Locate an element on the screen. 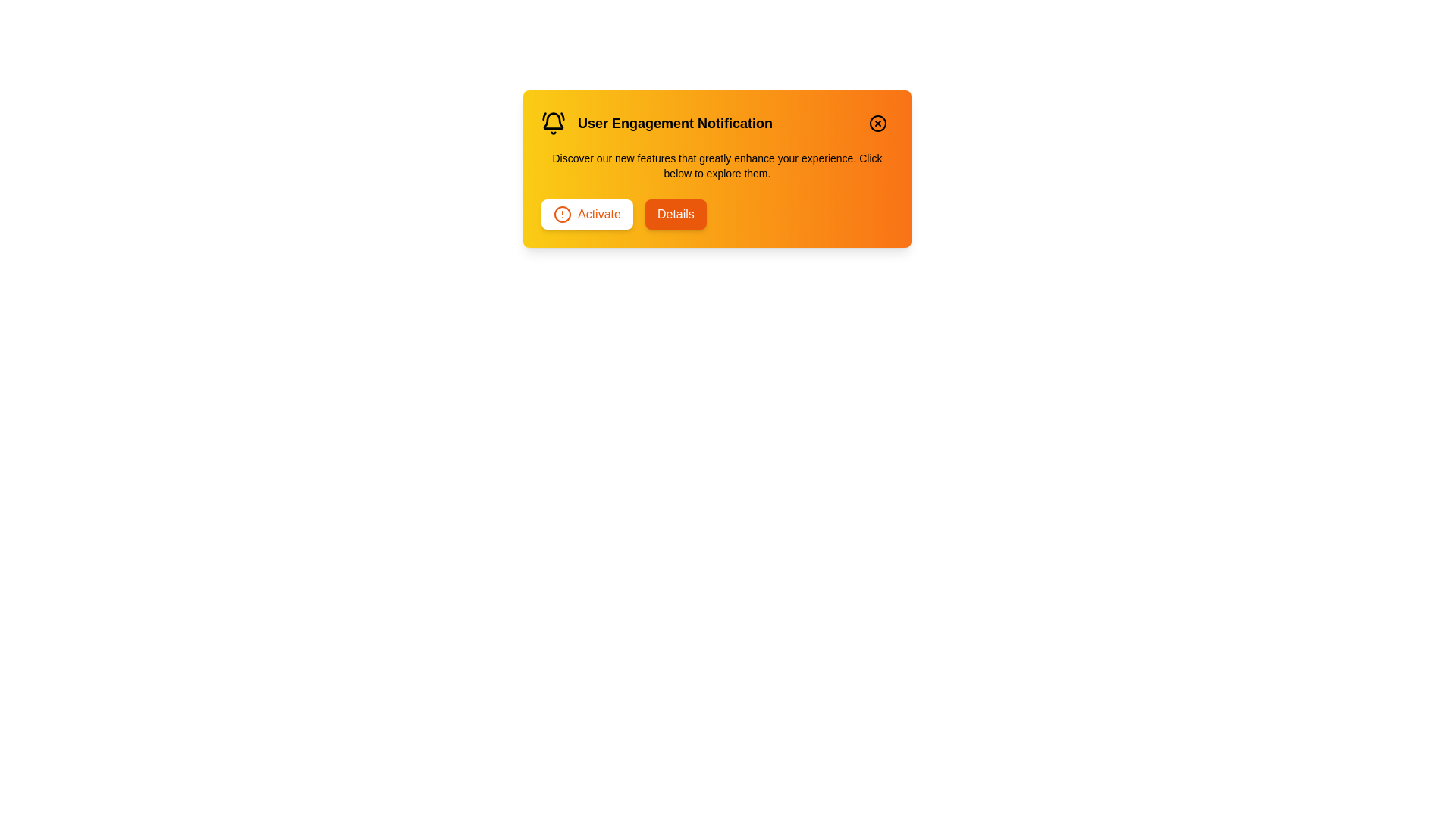 The height and width of the screenshot is (819, 1456). the notification icon to interact with it is located at coordinates (552, 122).